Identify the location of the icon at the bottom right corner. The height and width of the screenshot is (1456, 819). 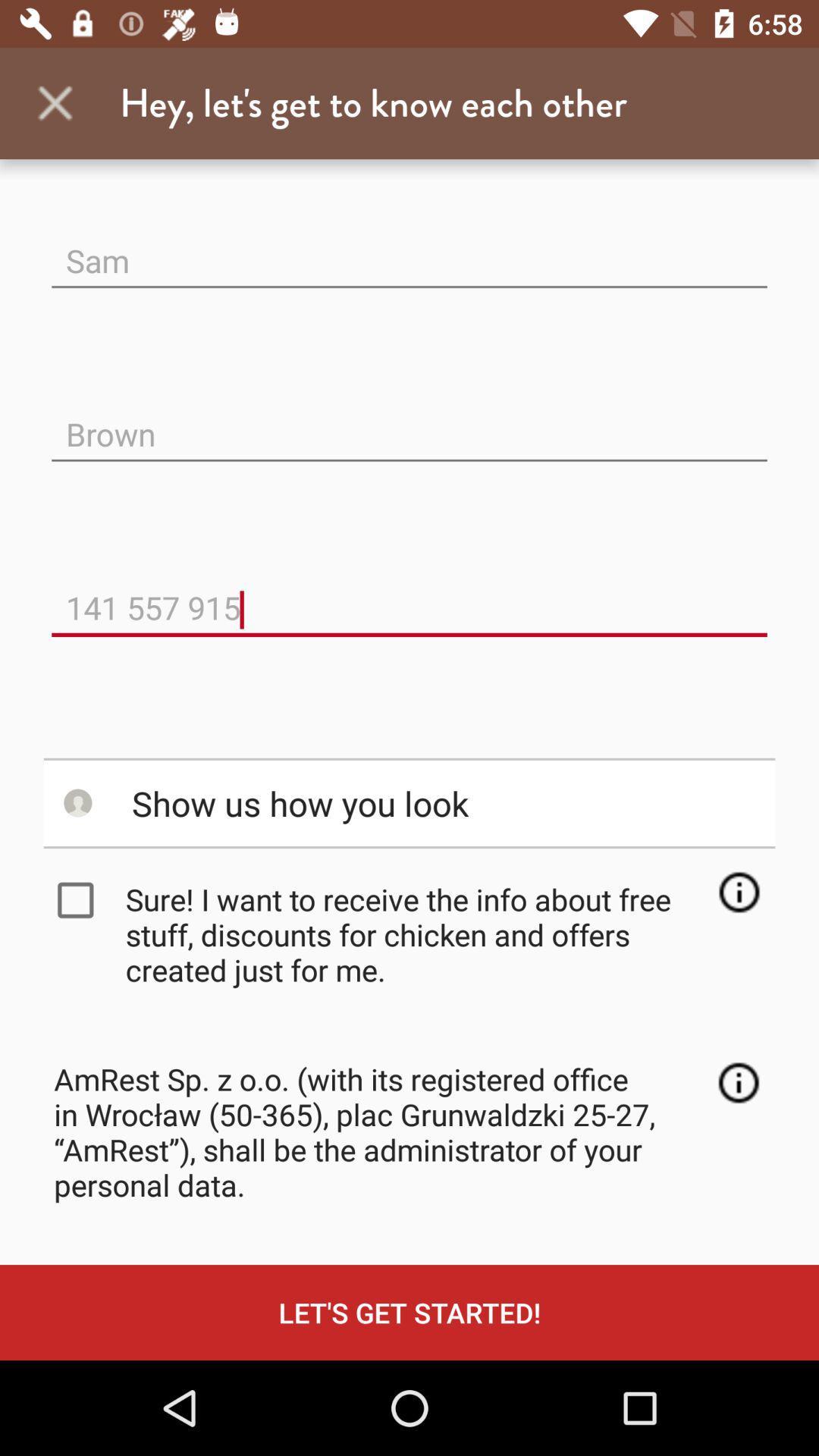
(738, 1082).